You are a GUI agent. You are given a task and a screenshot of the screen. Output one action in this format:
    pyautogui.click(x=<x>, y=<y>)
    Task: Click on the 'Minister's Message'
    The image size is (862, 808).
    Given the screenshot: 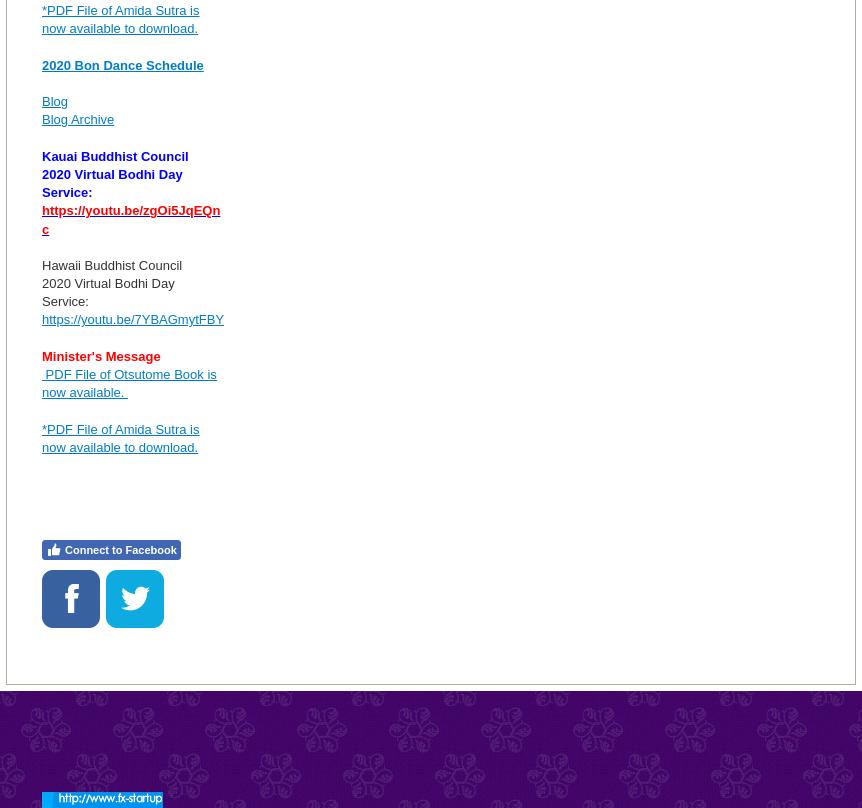 What is the action you would take?
    pyautogui.click(x=41, y=354)
    